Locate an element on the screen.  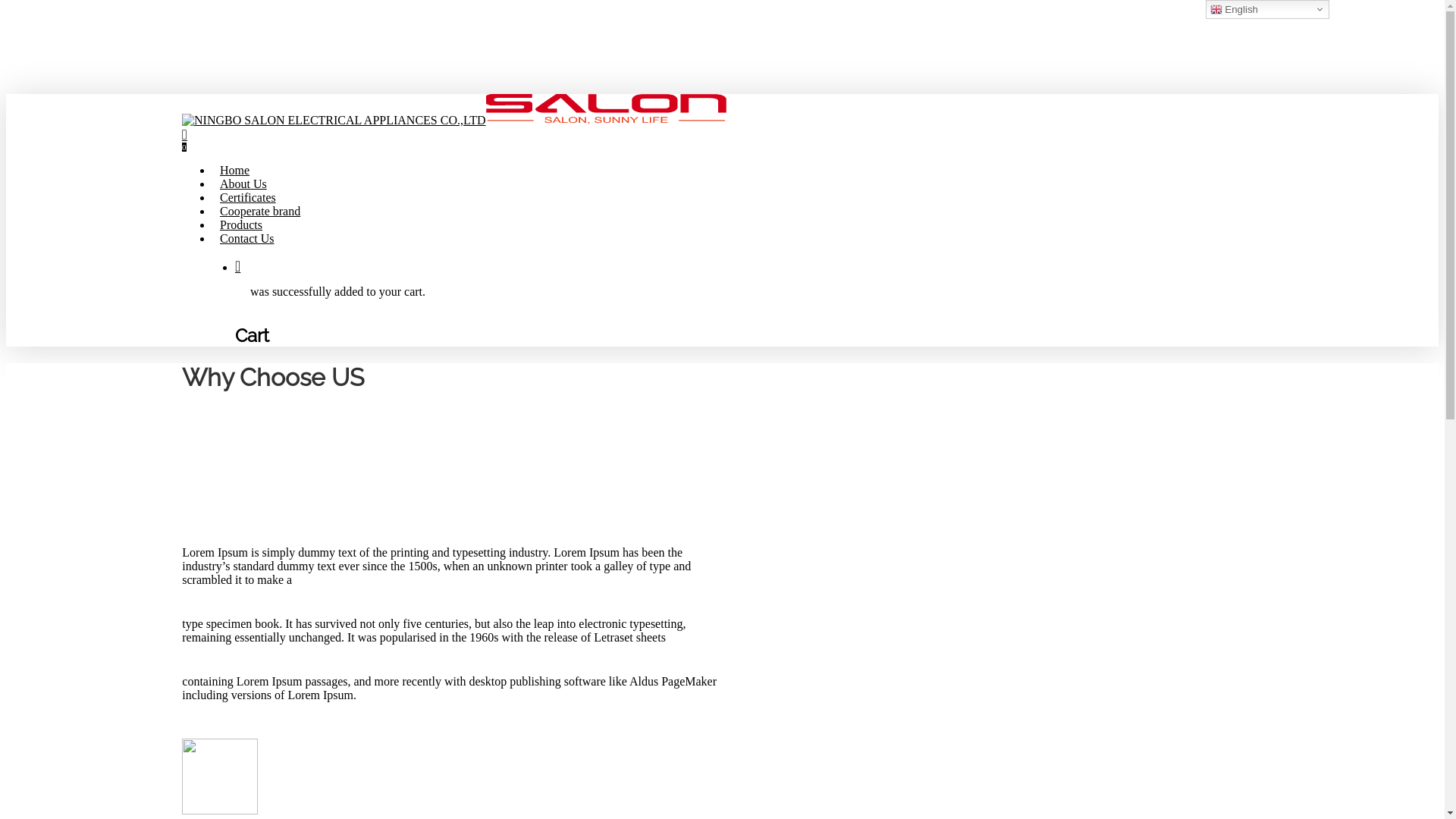
'Certificates' is located at coordinates (247, 196).